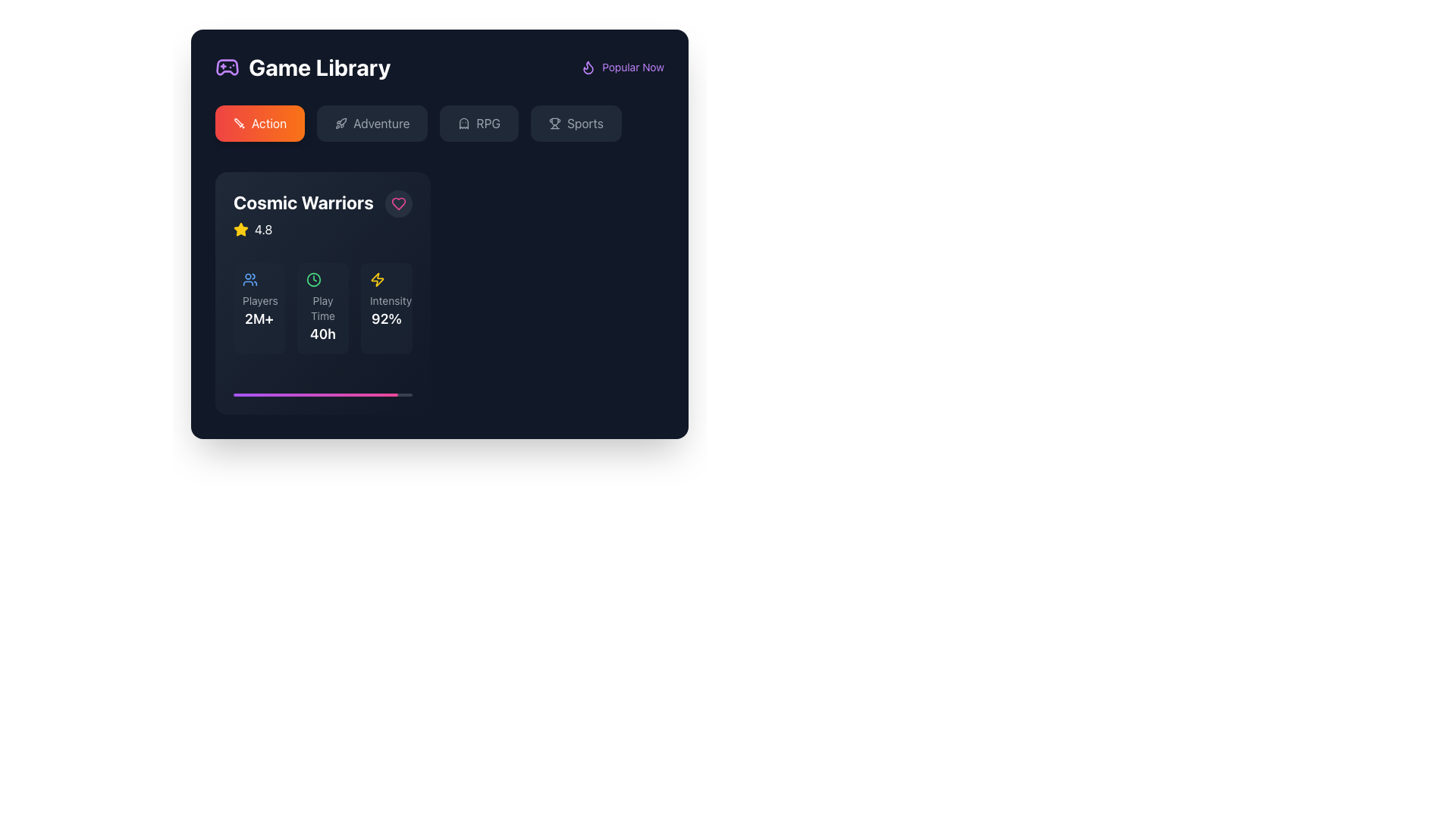  What do you see at coordinates (322, 308) in the screenshot?
I see `the Information block that displays the total estimated playtime for the game, located between the 'Players 2M+' block and the 'Intensity 92%' block` at bounding box center [322, 308].